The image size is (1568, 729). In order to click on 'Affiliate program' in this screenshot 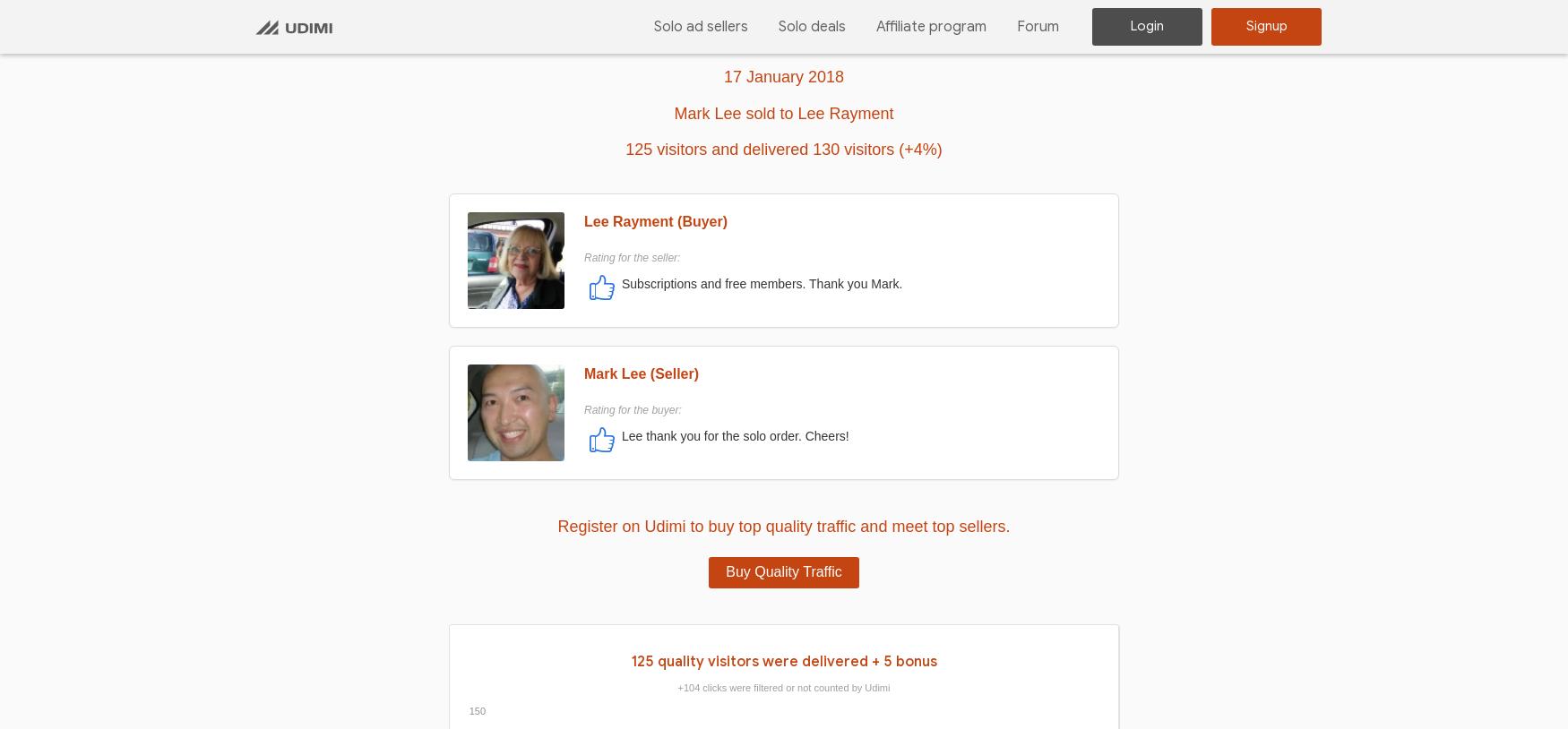, I will do `click(876, 24)`.